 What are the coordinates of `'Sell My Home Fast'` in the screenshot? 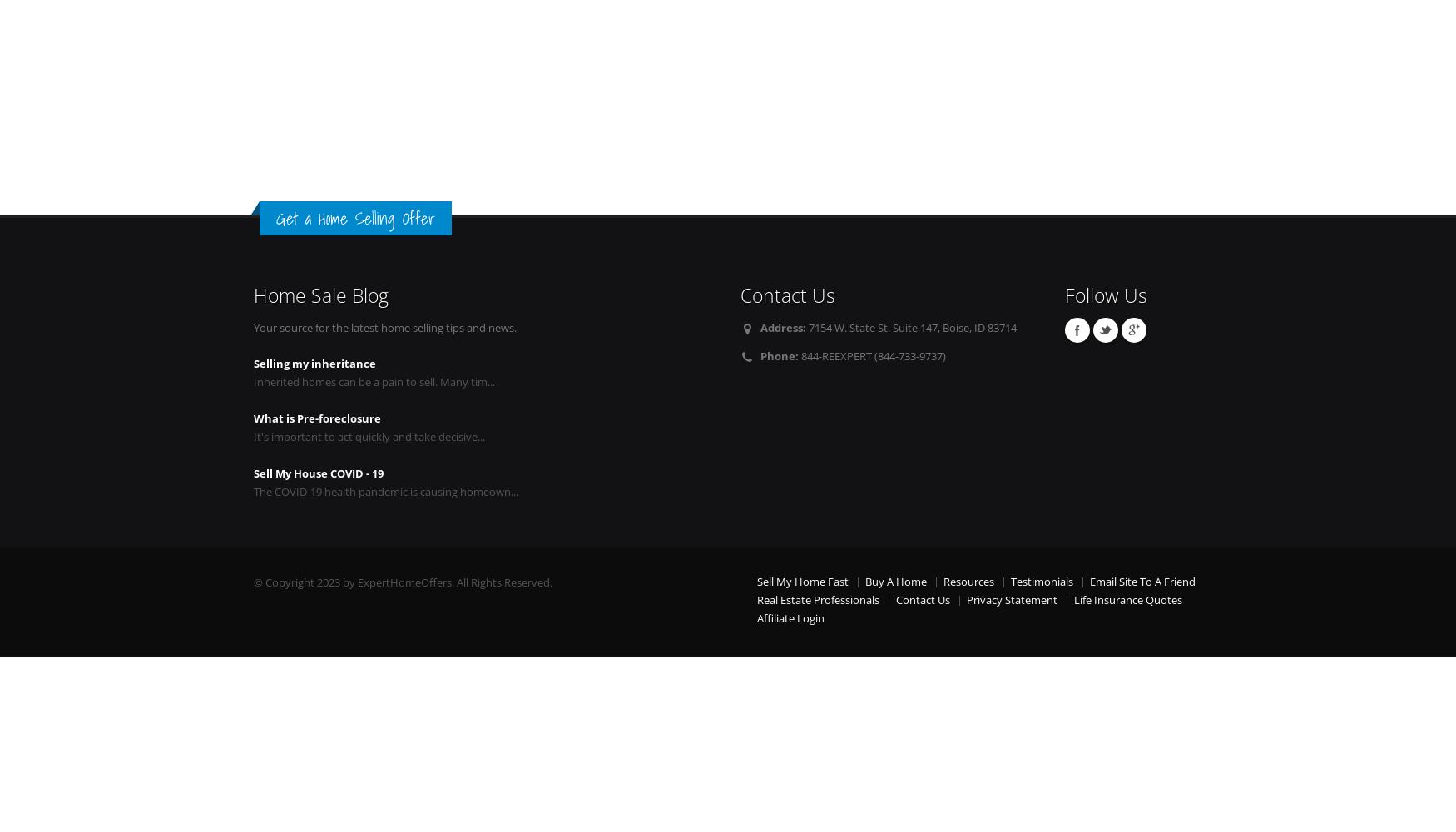 It's located at (756, 581).